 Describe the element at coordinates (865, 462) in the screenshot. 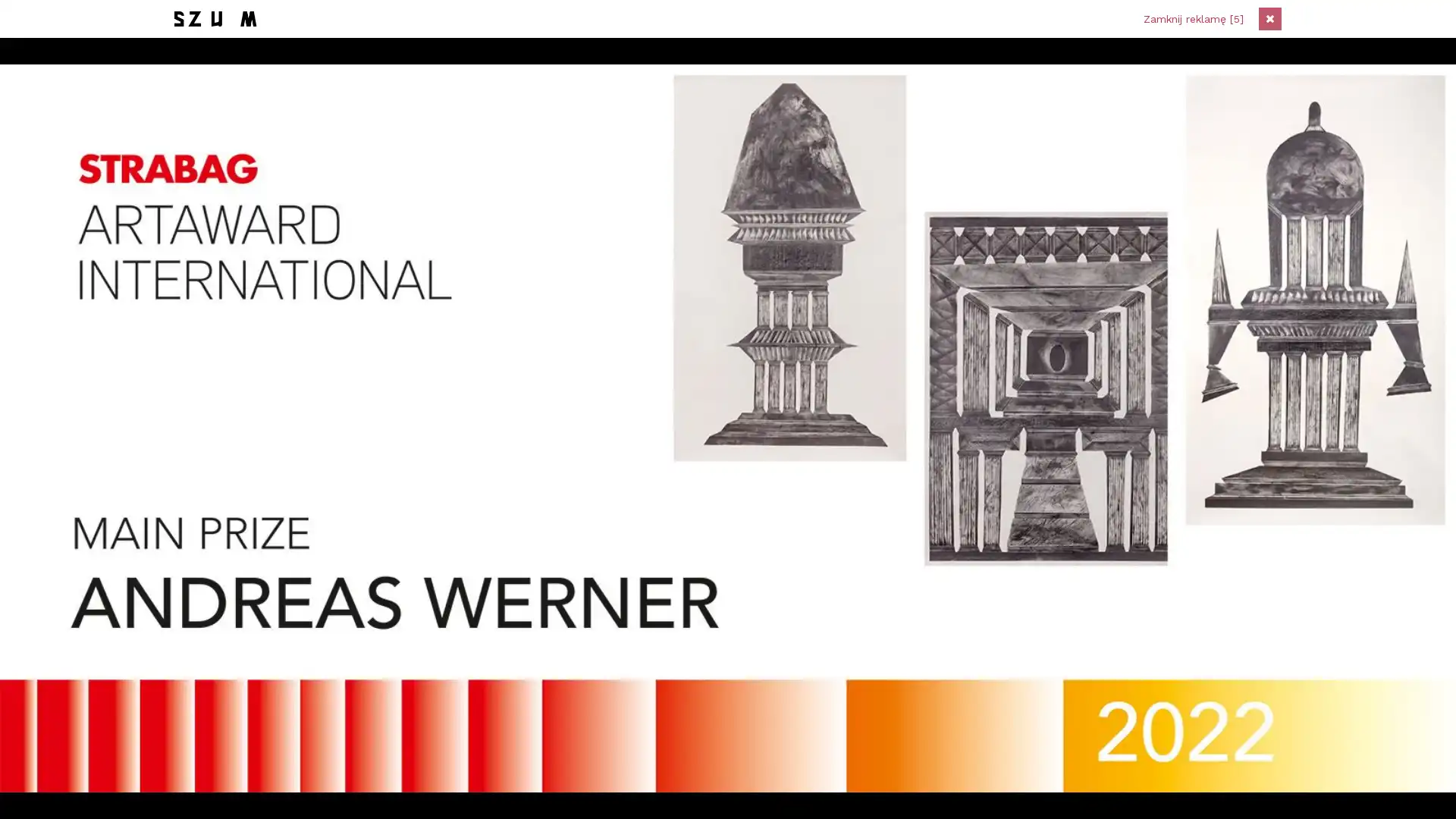

I see `Zapisz sie` at that location.